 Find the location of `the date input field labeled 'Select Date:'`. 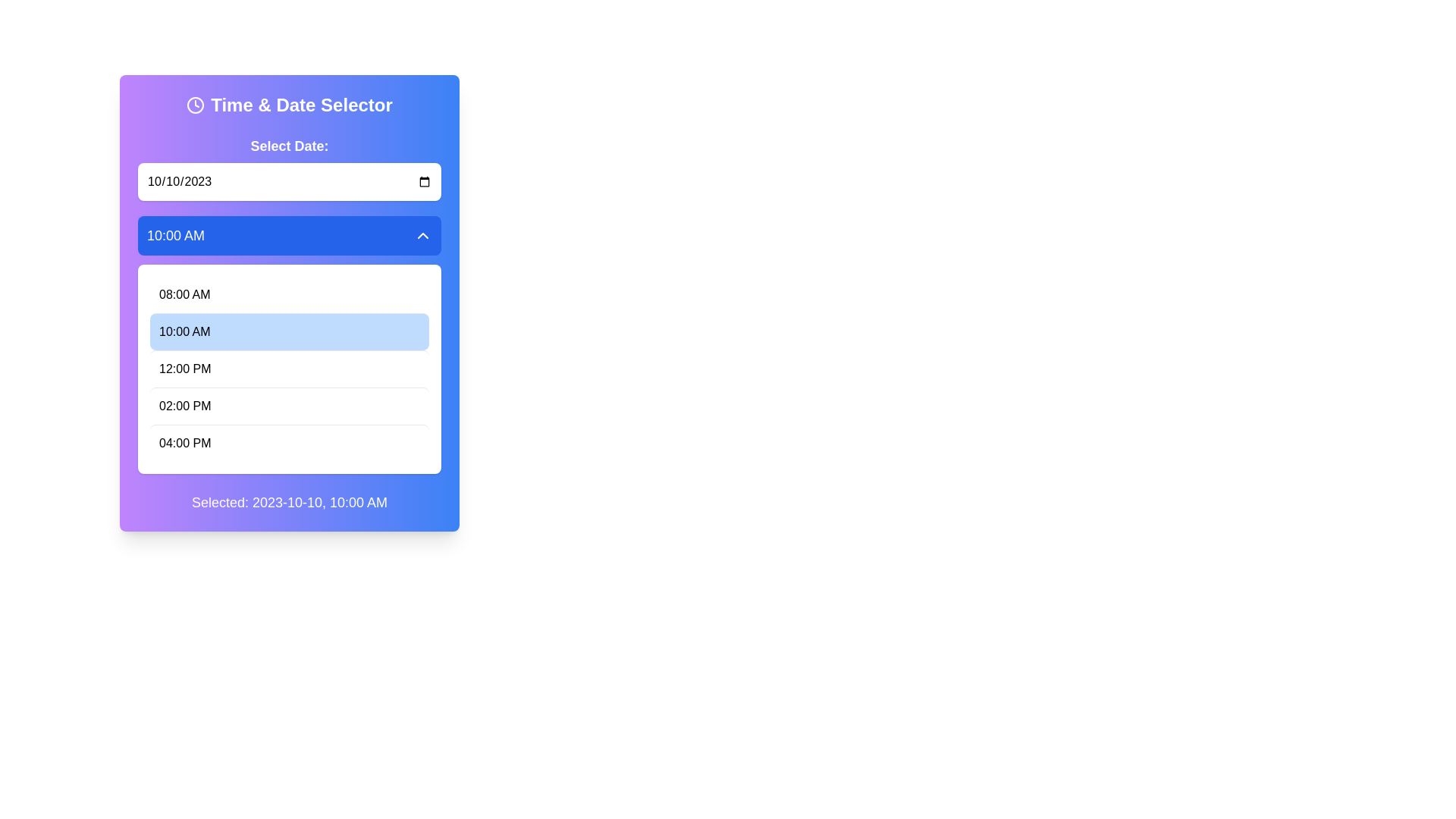

the date input field labeled 'Select Date:' is located at coordinates (290, 168).